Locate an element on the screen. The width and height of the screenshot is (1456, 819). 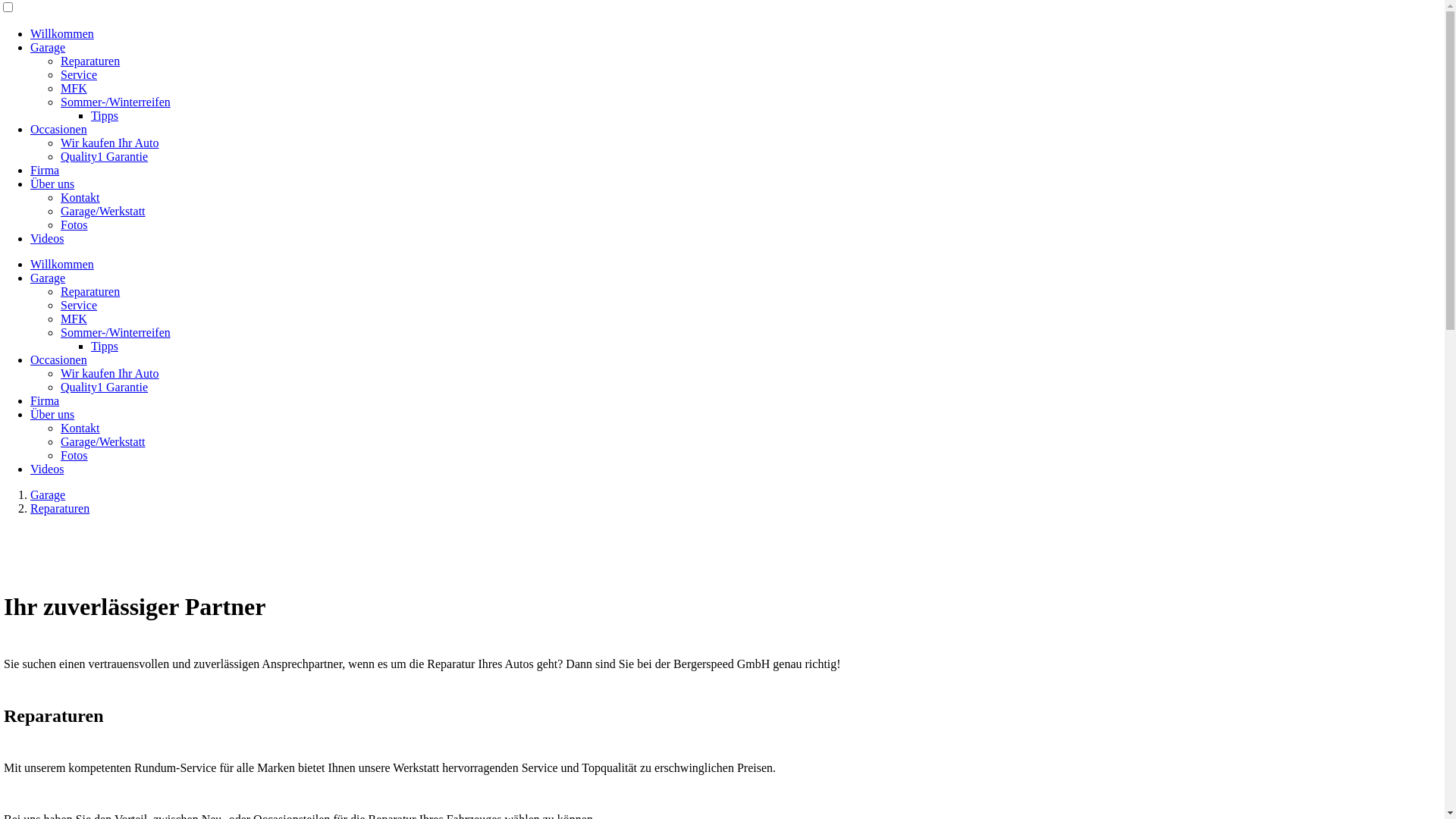
'Garage' is located at coordinates (47, 494).